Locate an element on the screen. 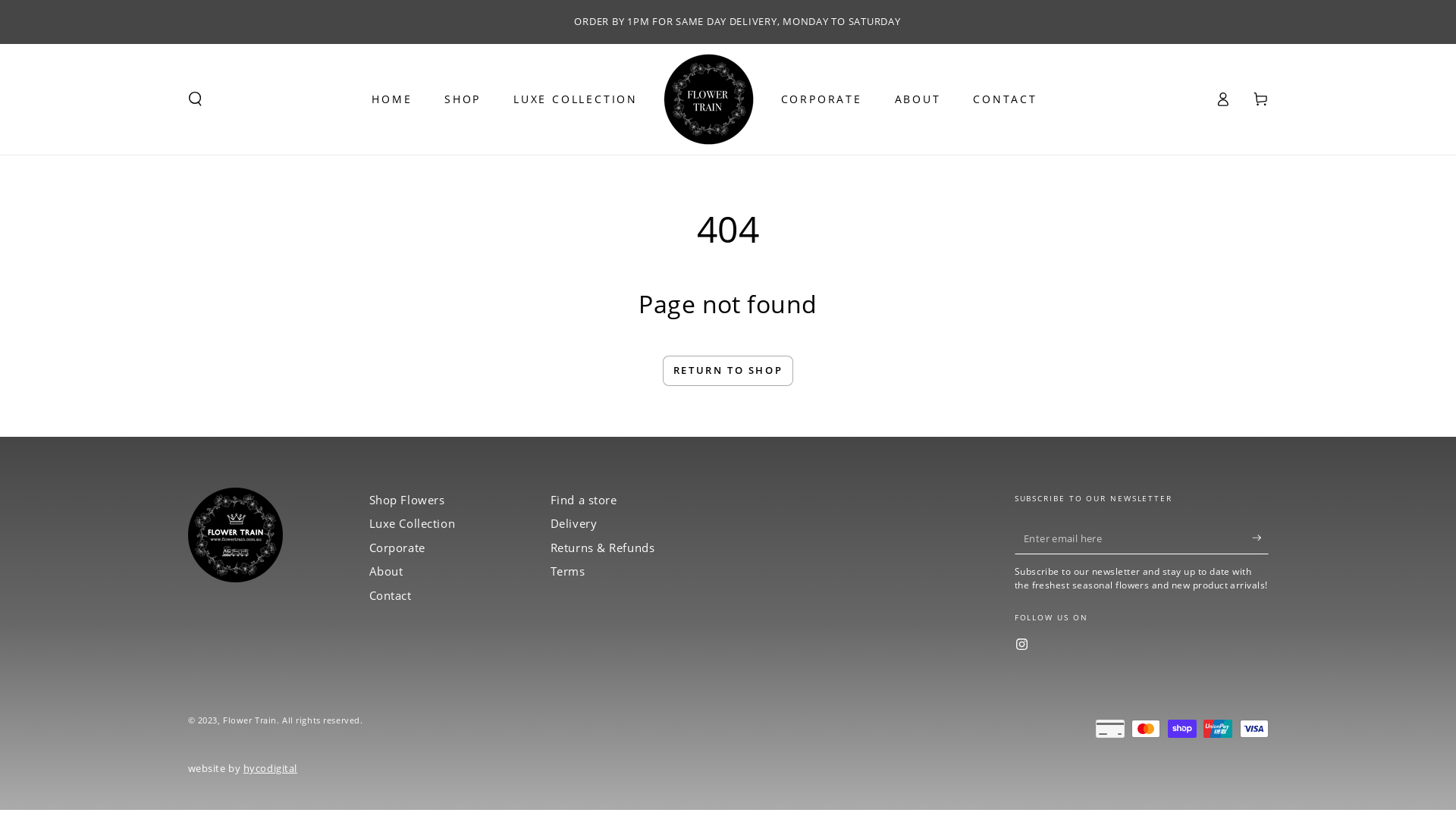 Image resolution: width=1456 pixels, height=819 pixels. 'Corporate' is located at coordinates (369, 547).